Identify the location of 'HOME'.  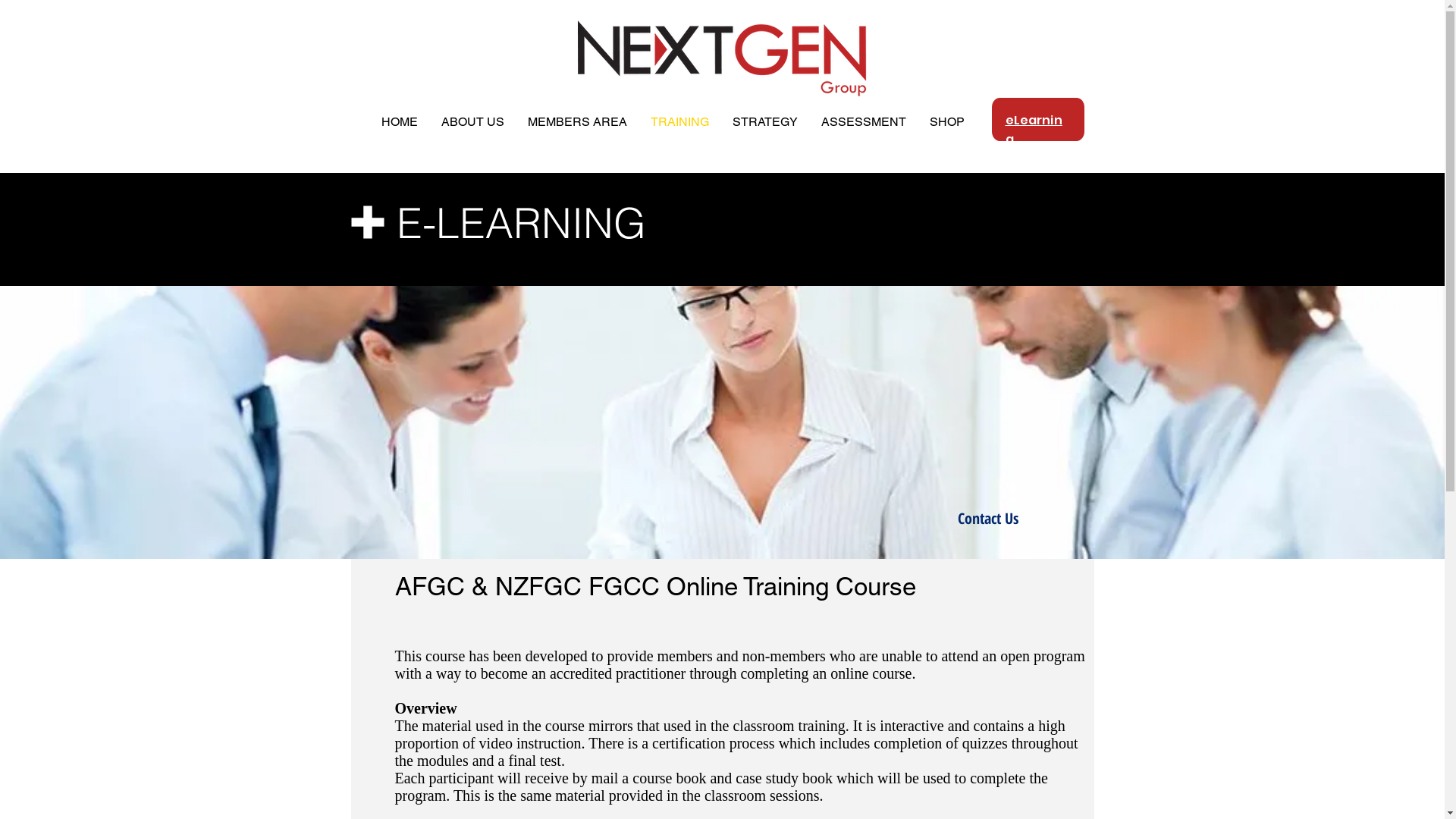
(399, 121).